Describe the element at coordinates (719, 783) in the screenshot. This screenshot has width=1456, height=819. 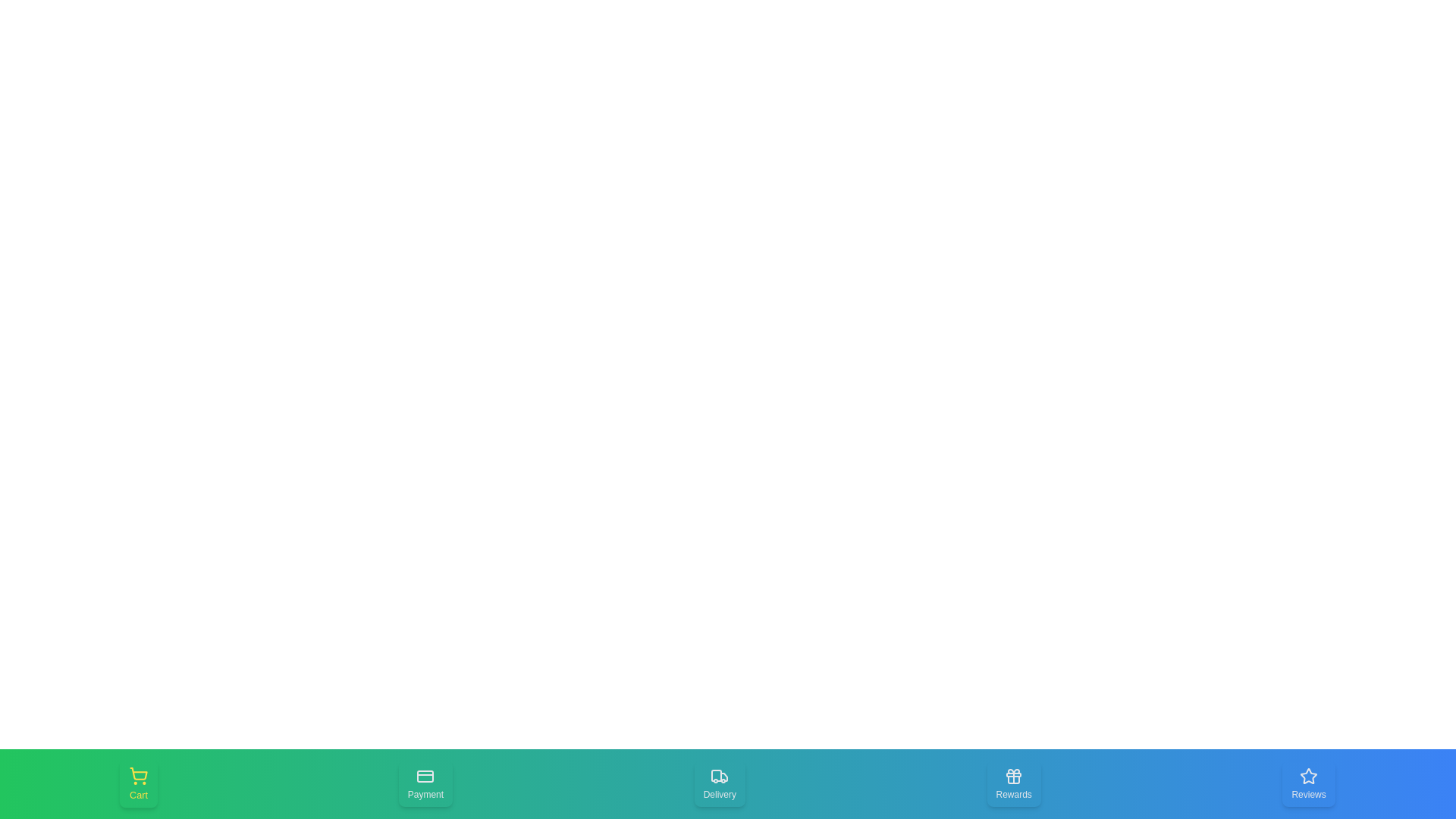
I see `the Delivery navigation tab` at that location.